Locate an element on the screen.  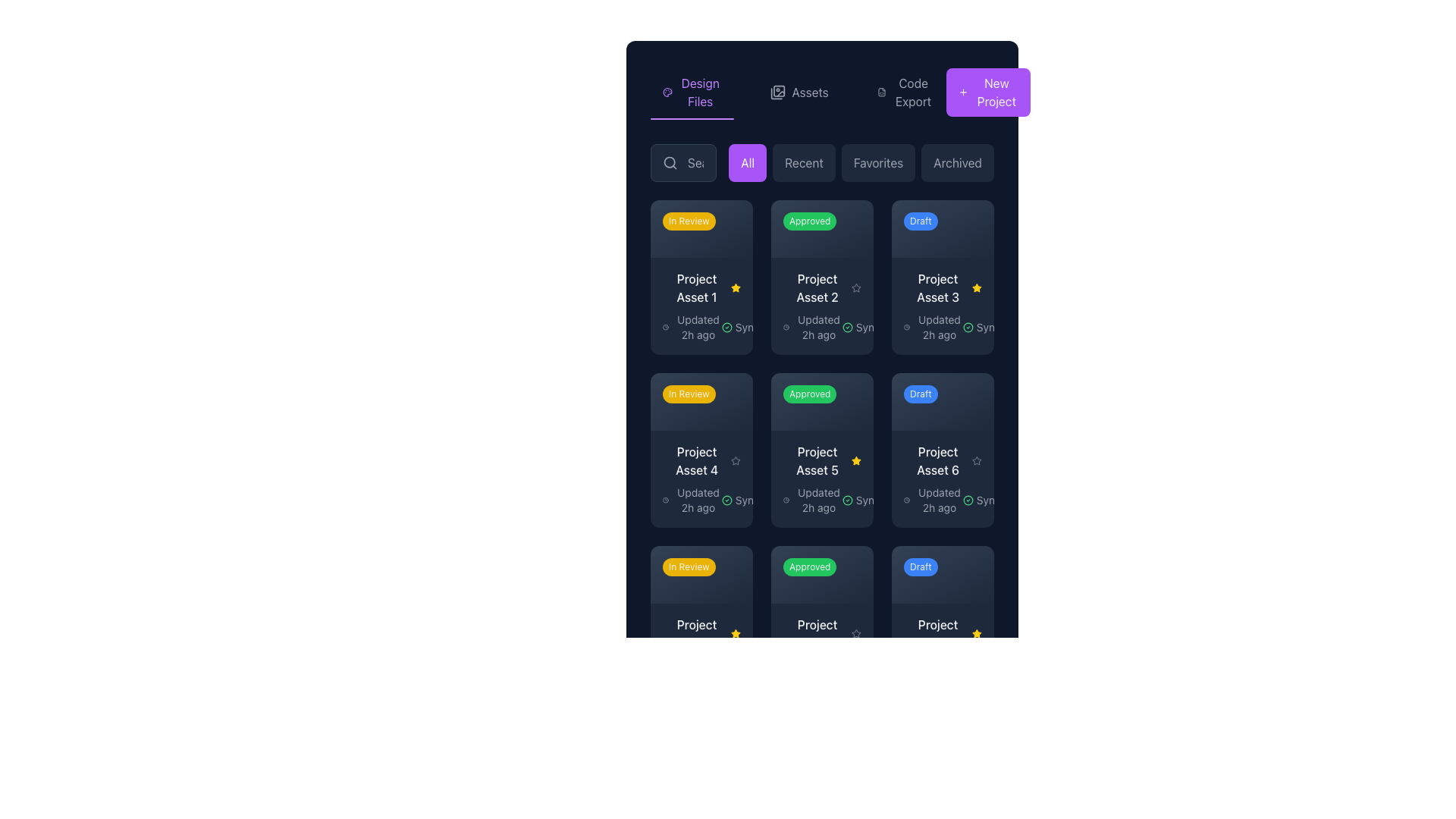
the synchronization status text label with an icon located in the bottom-left area of the content card titled 'Project Asset 4' is located at coordinates (746, 500).